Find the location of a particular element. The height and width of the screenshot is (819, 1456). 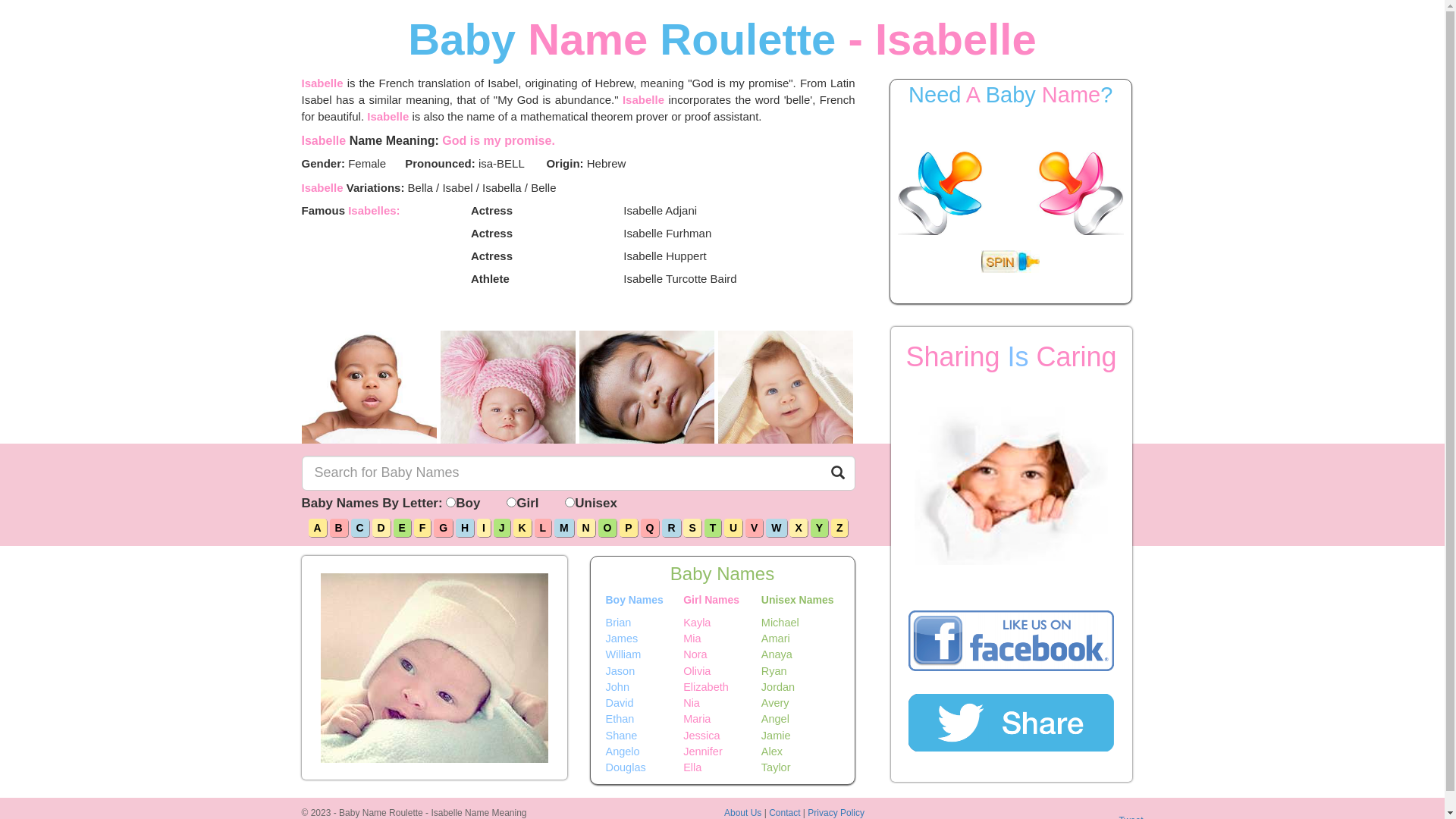

'Mia' is located at coordinates (721, 639).